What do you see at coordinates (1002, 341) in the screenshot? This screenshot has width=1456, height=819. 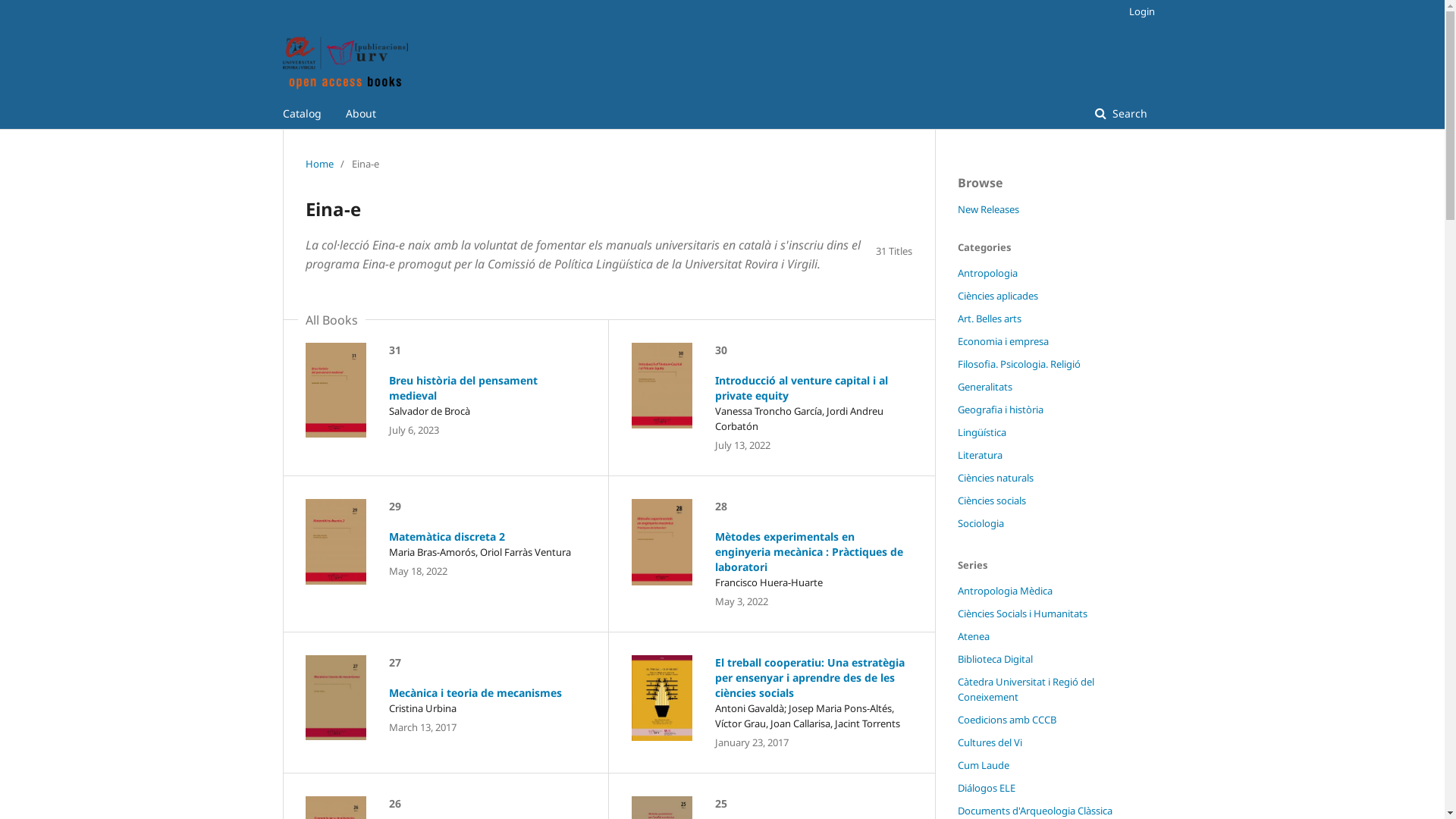 I see `'Economia i empresa'` at bounding box center [1002, 341].